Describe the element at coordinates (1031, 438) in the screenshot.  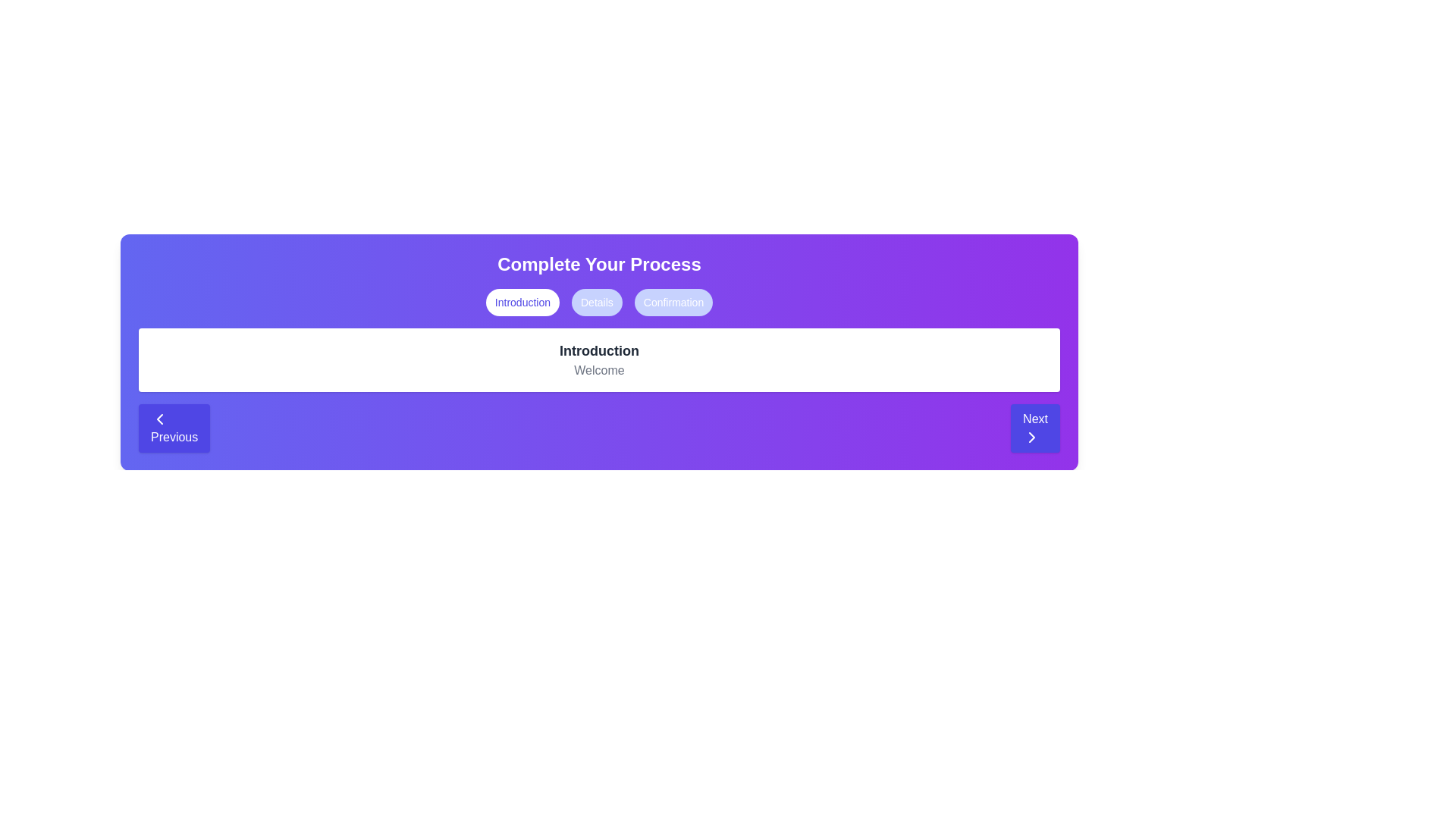
I see `the small right-chevron icon located to the right of the 'Next' button with a purple background for potential interactive feedback` at that location.